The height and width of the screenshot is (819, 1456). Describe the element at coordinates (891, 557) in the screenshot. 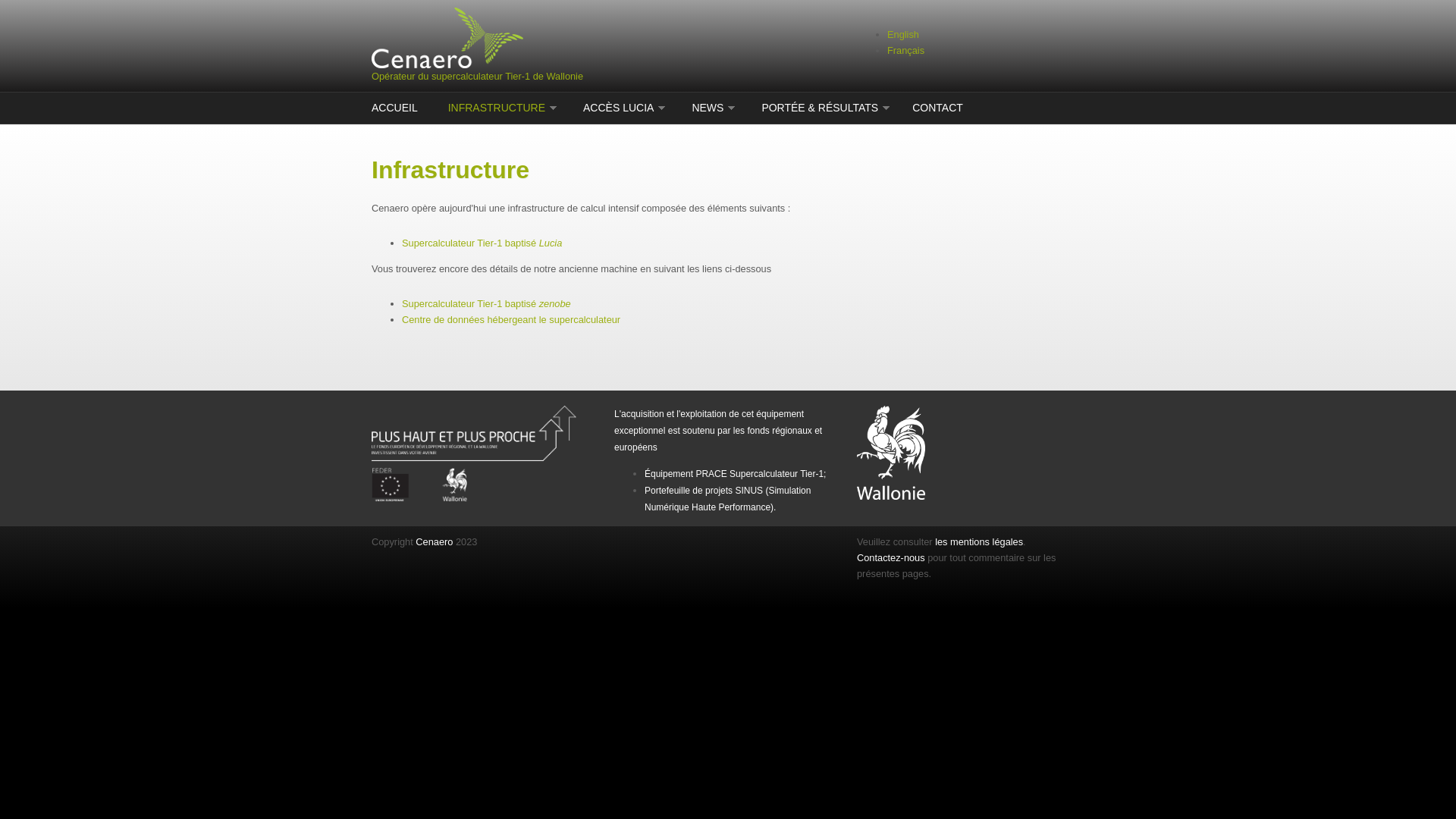

I see `'Contactez-nous'` at that location.